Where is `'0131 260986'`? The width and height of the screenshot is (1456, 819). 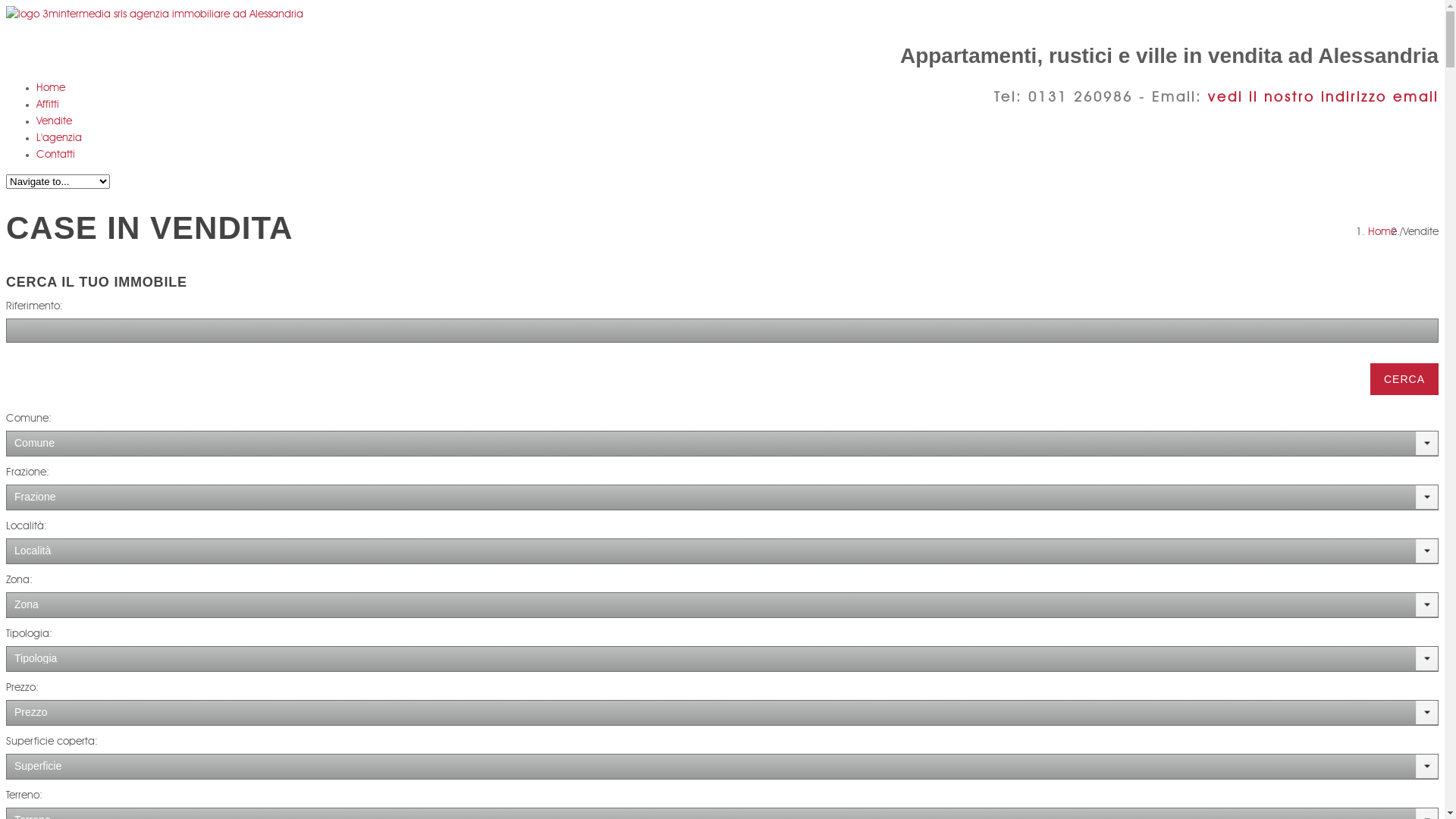 '0131 260986' is located at coordinates (1080, 97).